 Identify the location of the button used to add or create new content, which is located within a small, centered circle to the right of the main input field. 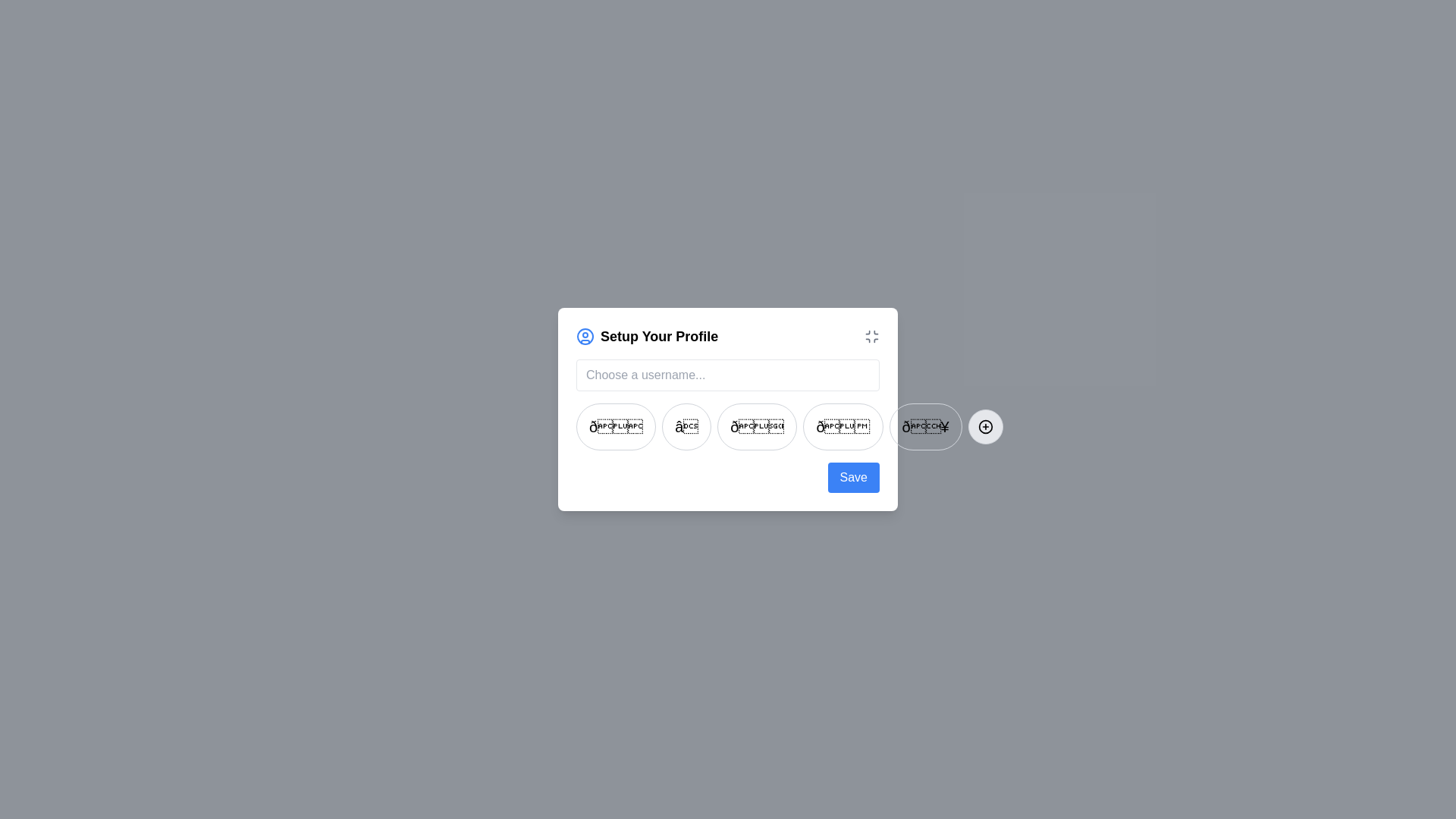
(985, 427).